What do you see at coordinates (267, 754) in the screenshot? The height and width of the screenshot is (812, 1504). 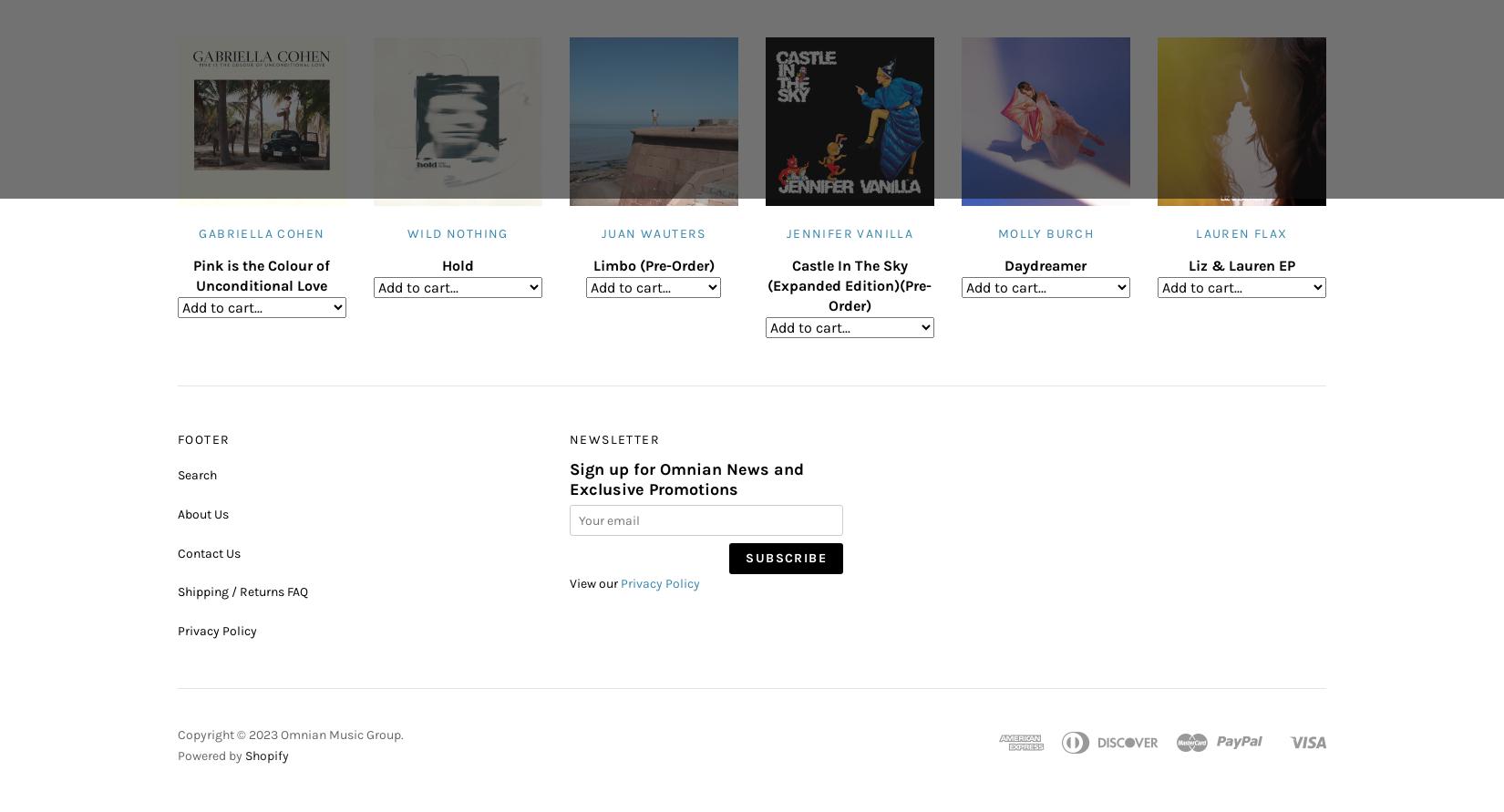 I see `'Shopify'` at bounding box center [267, 754].